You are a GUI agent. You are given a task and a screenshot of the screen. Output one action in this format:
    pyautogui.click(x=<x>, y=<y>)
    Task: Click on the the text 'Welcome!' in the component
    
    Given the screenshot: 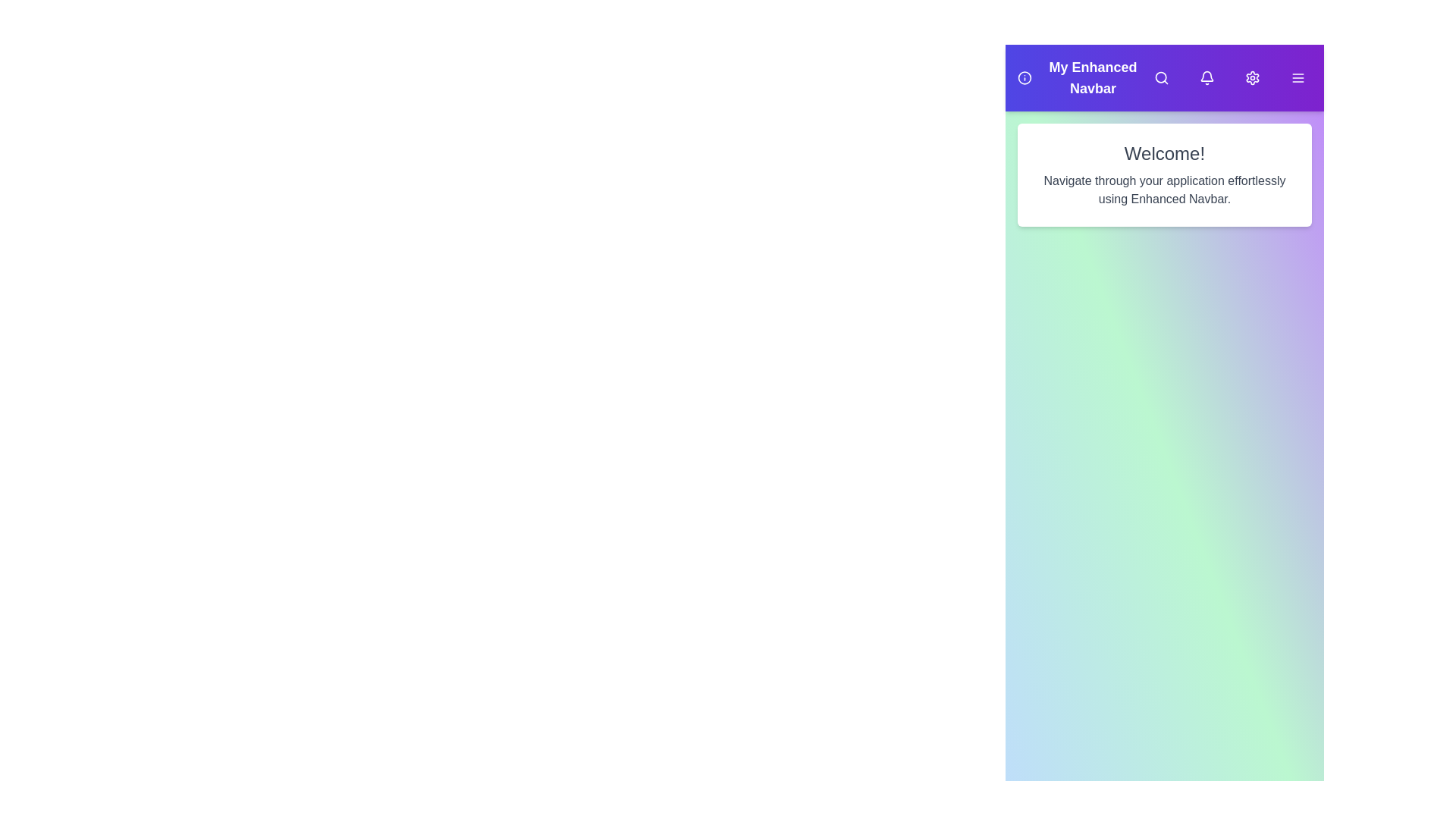 What is the action you would take?
    pyautogui.click(x=1164, y=154)
    